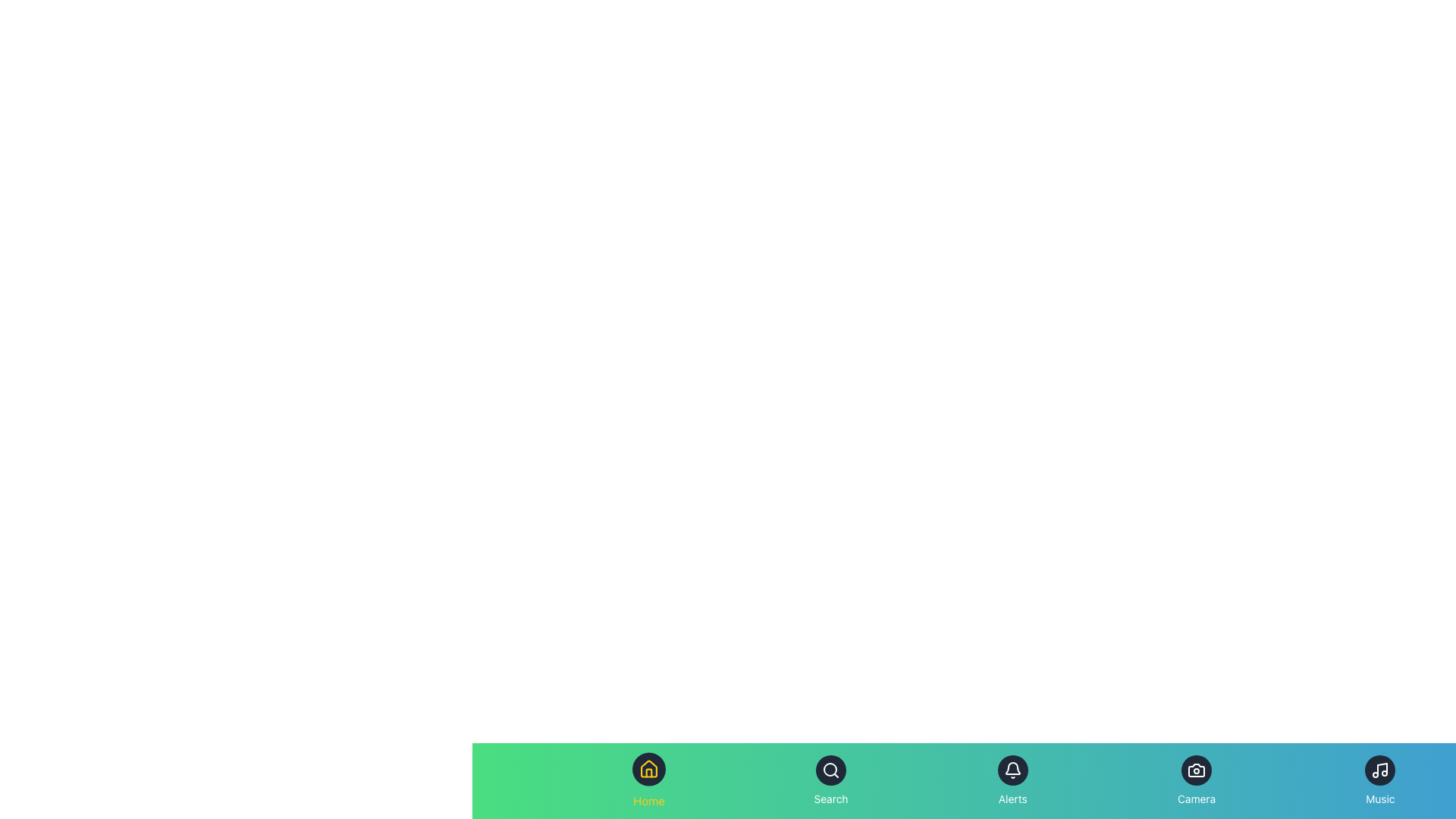 Image resolution: width=1456 pixels, height=819 pixels. Describe the element at coordinates (1012, 780) in the screenshot. I see `the 'Alerts' button located in the navigation bar at the bottom of the interface` at that location.